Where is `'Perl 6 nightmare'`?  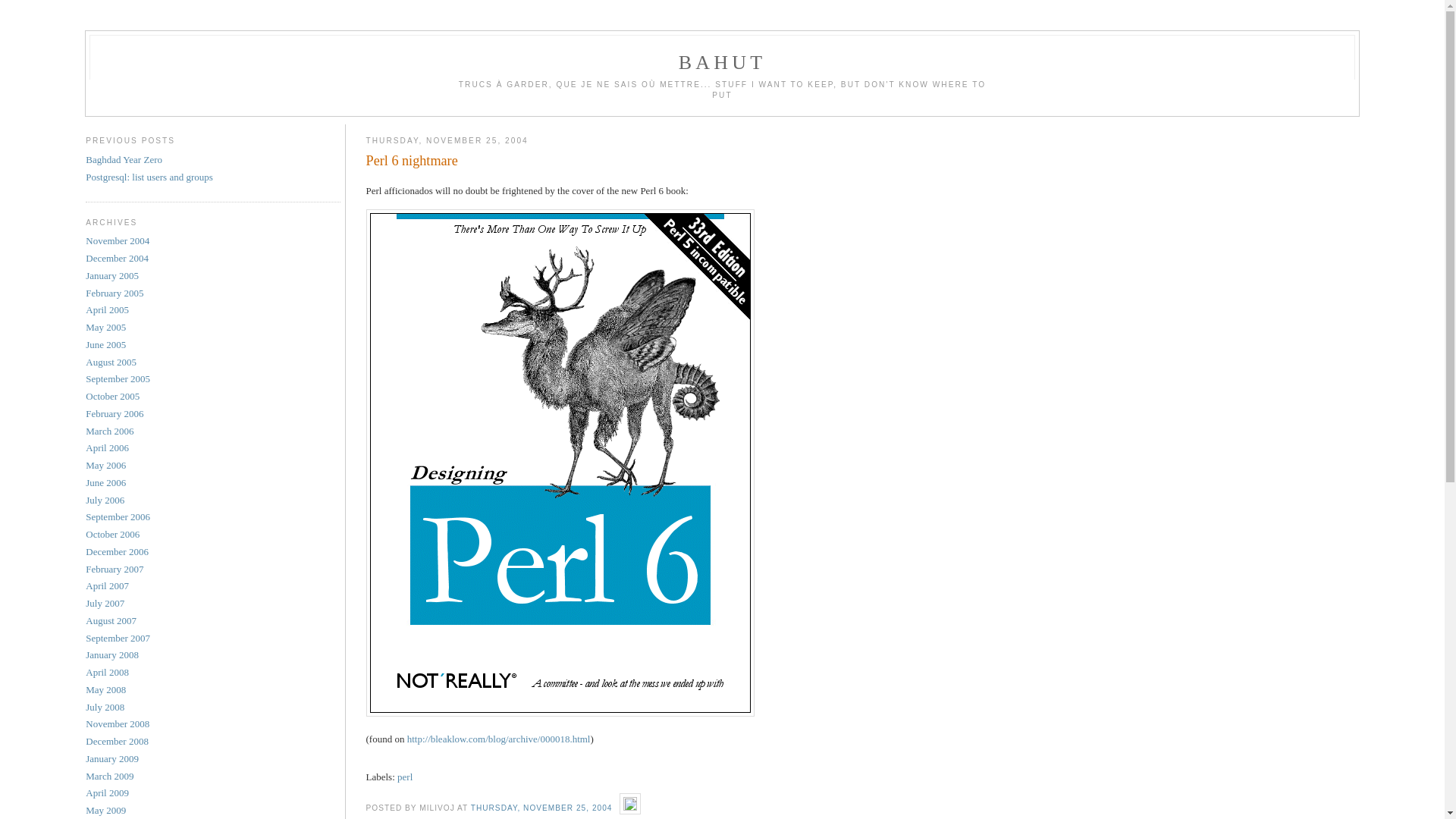
'Perl 6 nightmare' is located at coordinates (862, 161).